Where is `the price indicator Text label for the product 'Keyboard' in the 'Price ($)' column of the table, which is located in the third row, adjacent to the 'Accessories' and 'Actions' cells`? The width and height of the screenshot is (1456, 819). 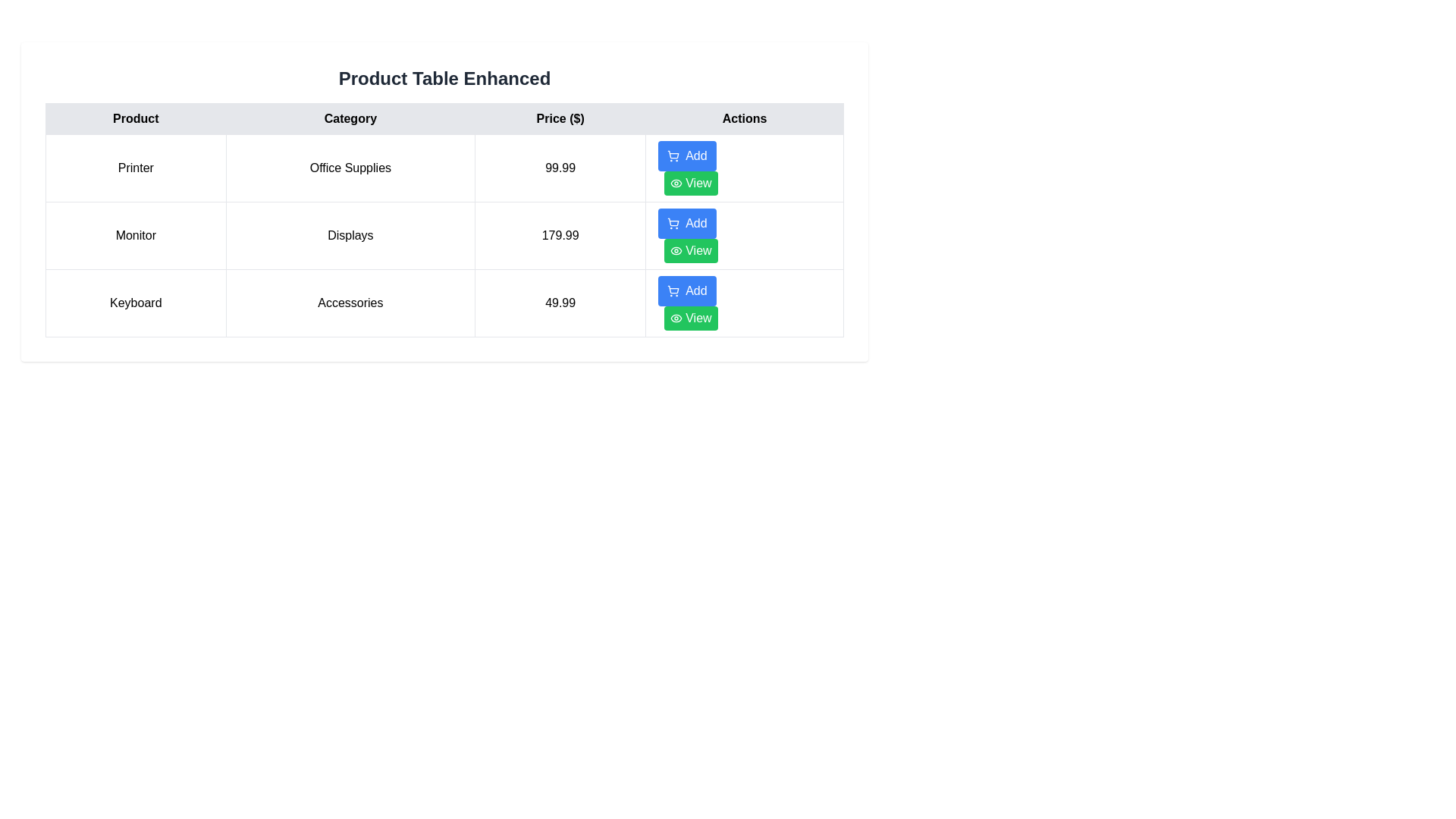
the price indicator Text label for the product 'Keyboard' in the 'Price ($)' column of the table, which is located in the third row, adjacent to the 'Accessories' and 'Actions' cells is located at coordinates (560, 303).